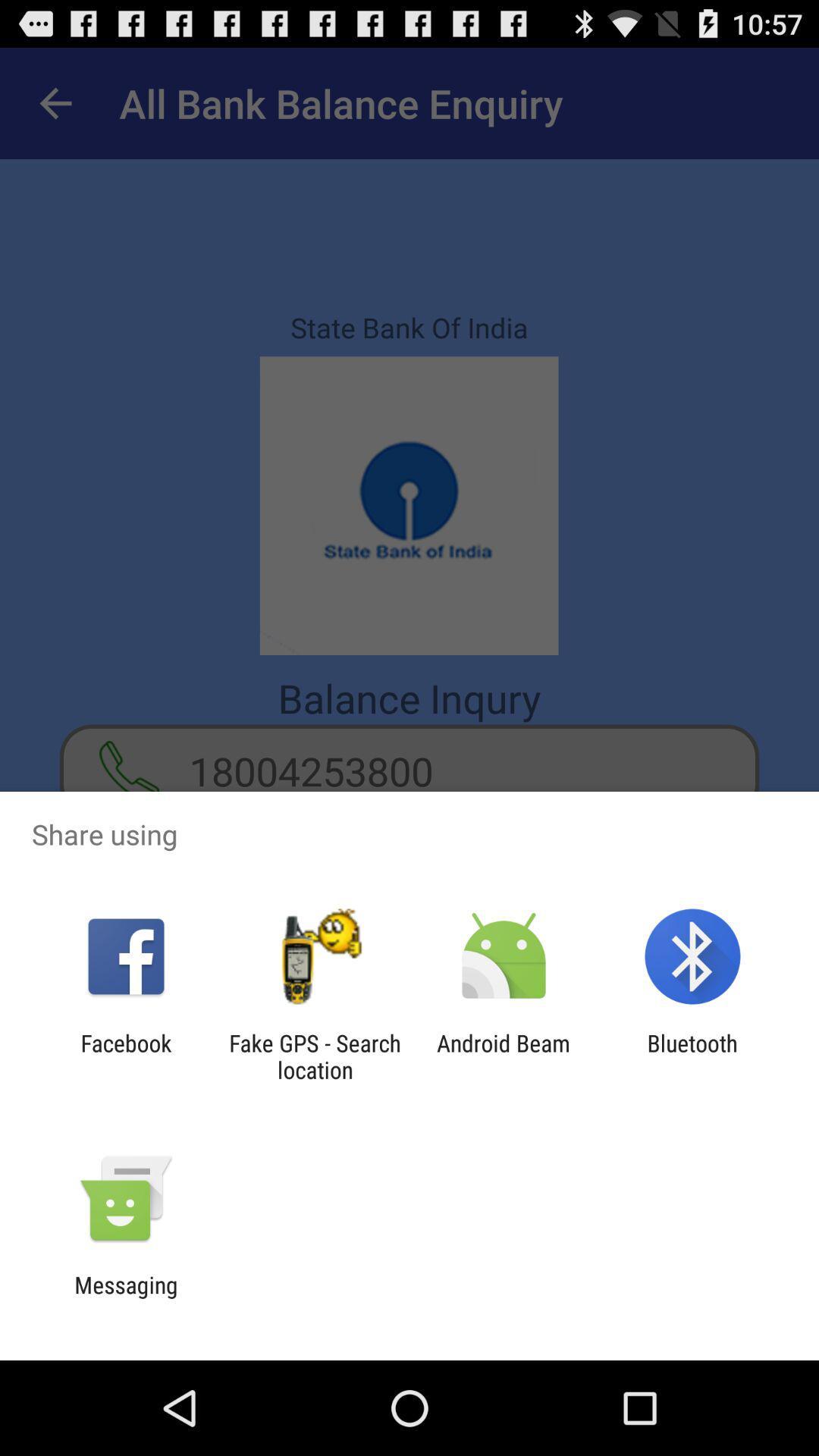 Image resolution: width=819 pixels, height=1456 pixels. What do you see at coordinates (692, 1056) in the screenshot?
I see `the bluetooth icon` at bounding box center [692, 1056].